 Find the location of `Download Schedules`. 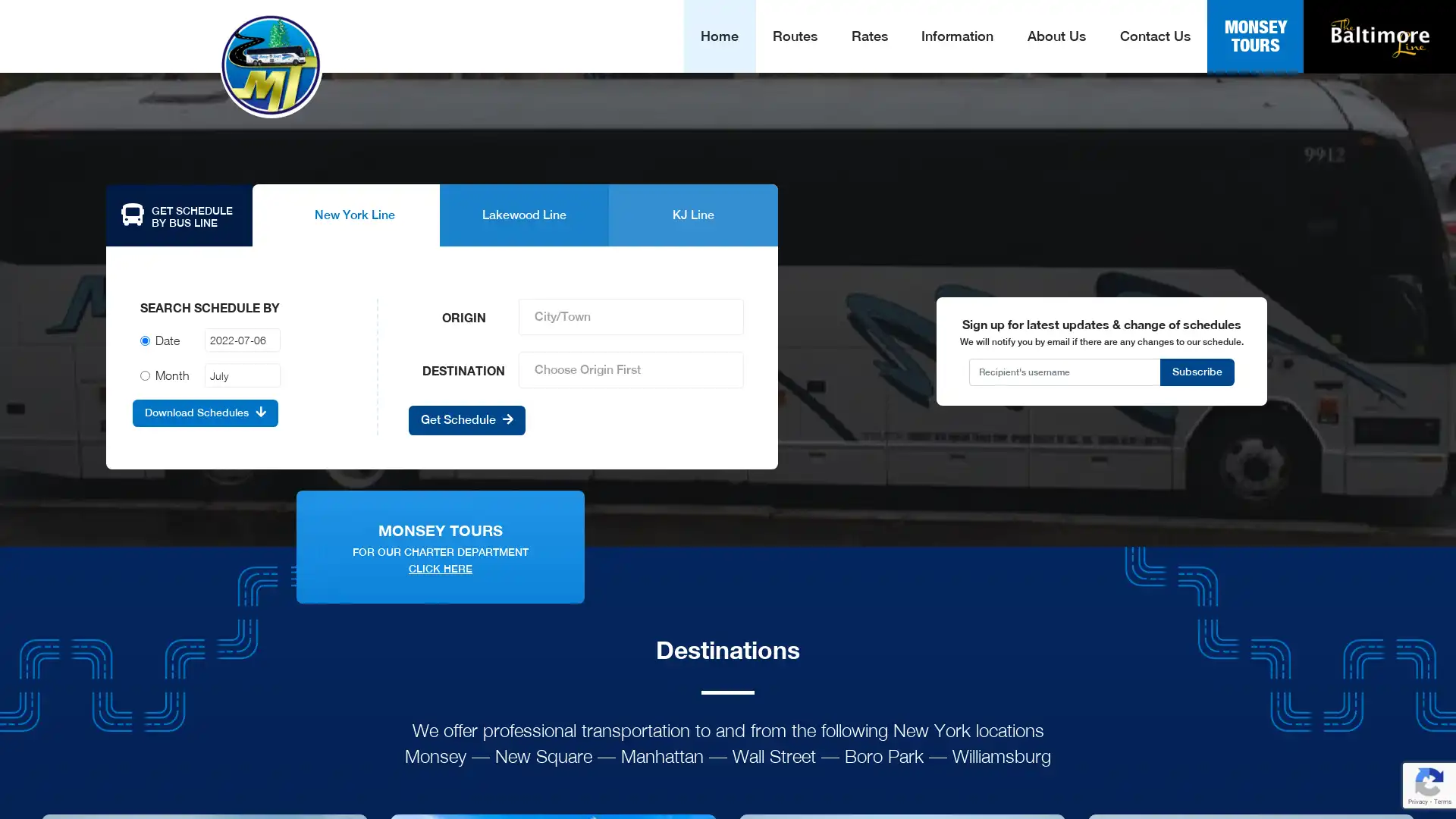

Download Schedules is located at coordinates (204, 412).